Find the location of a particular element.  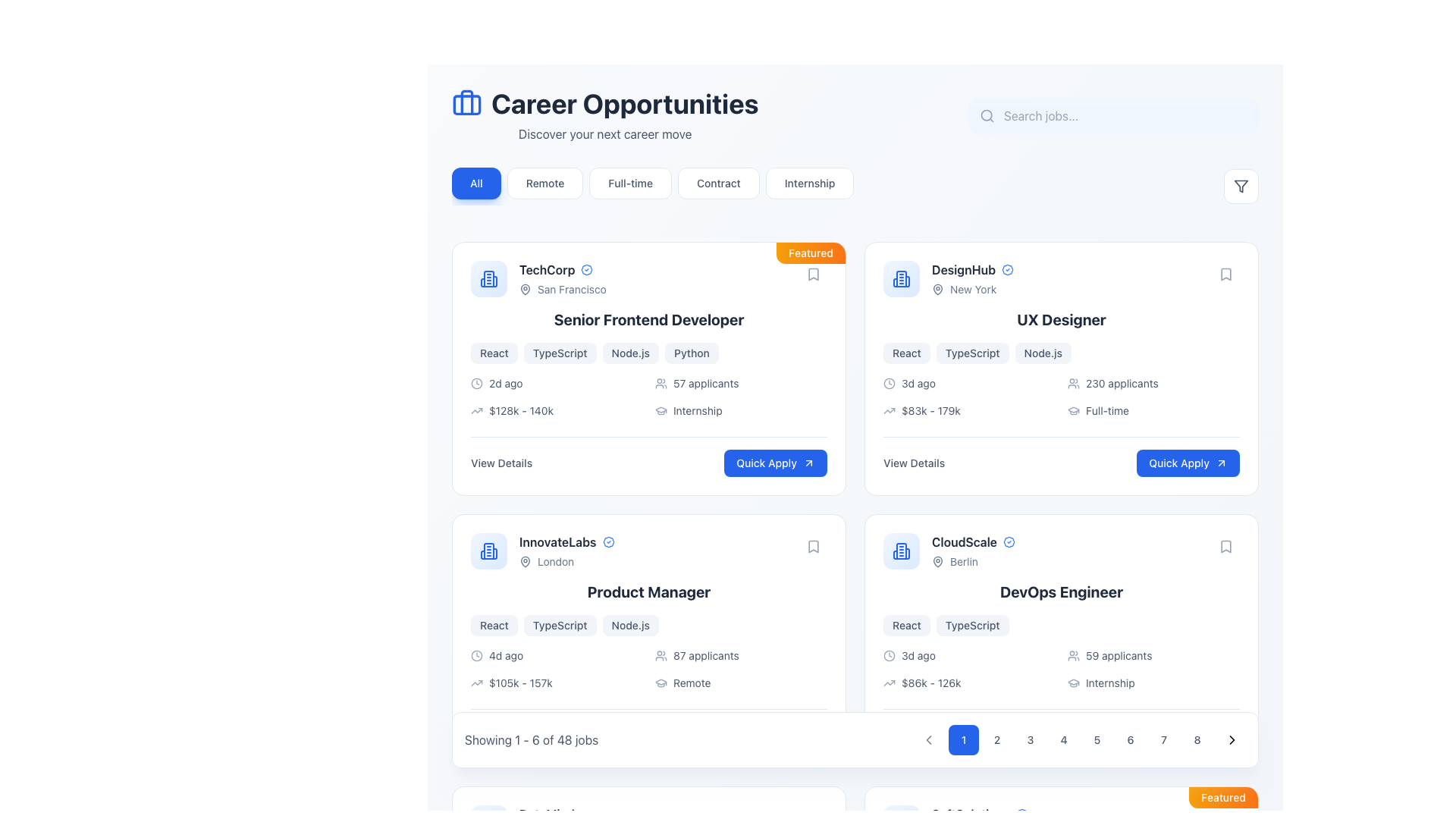

the text label representing the name of the company in the first job listing card, which is located in the header section before the verification icon is located at coordinates (546, 268).